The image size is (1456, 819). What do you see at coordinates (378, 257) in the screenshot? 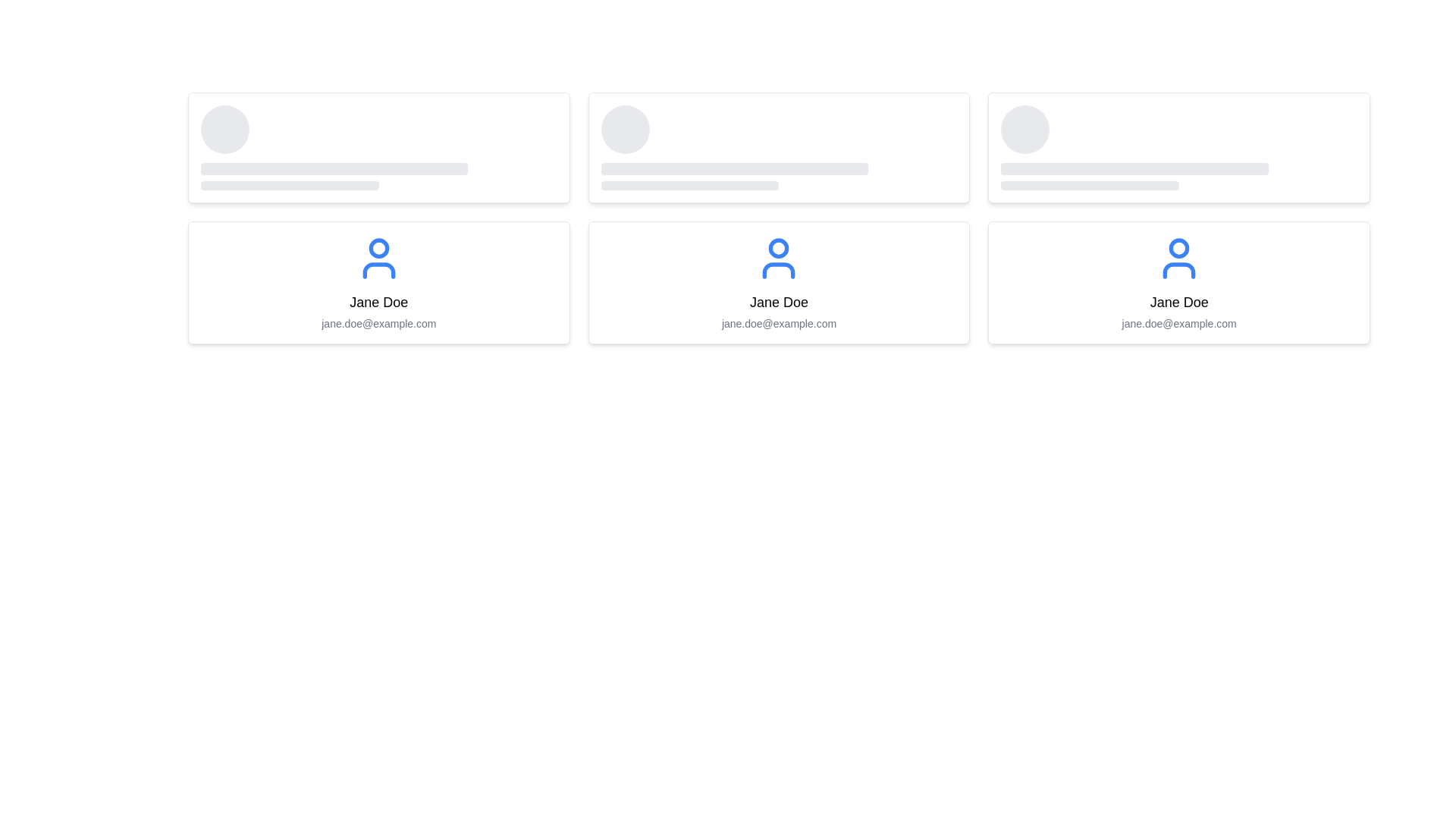
I see `the user profile icon, which is a circular blue icon above the text 'Jane Doe' and 'jane.doe@example.com'` at bounding box center [378, 257].